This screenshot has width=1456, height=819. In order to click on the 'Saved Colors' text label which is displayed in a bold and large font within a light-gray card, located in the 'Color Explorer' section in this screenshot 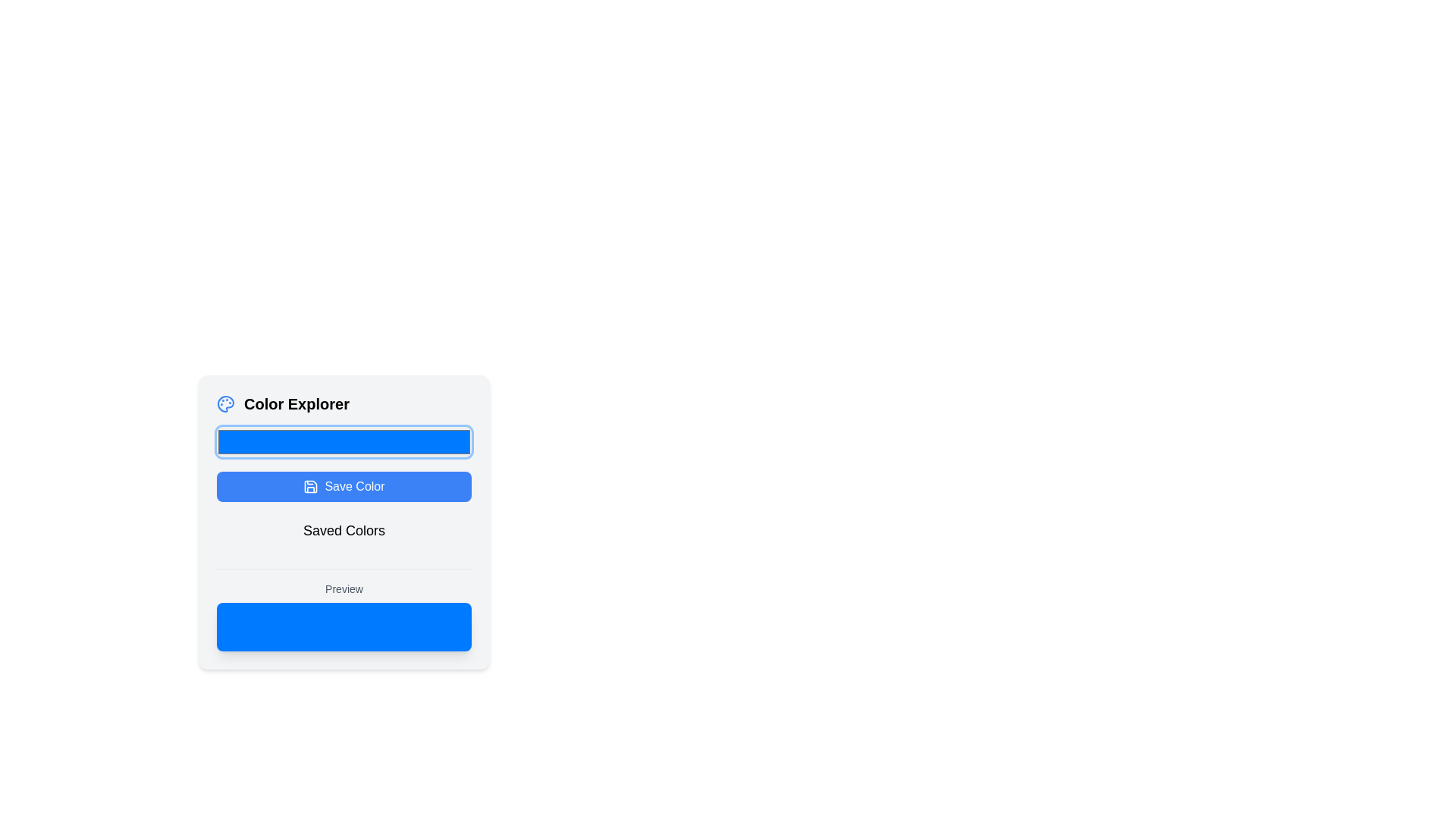, I will do `click(344, 534)`.